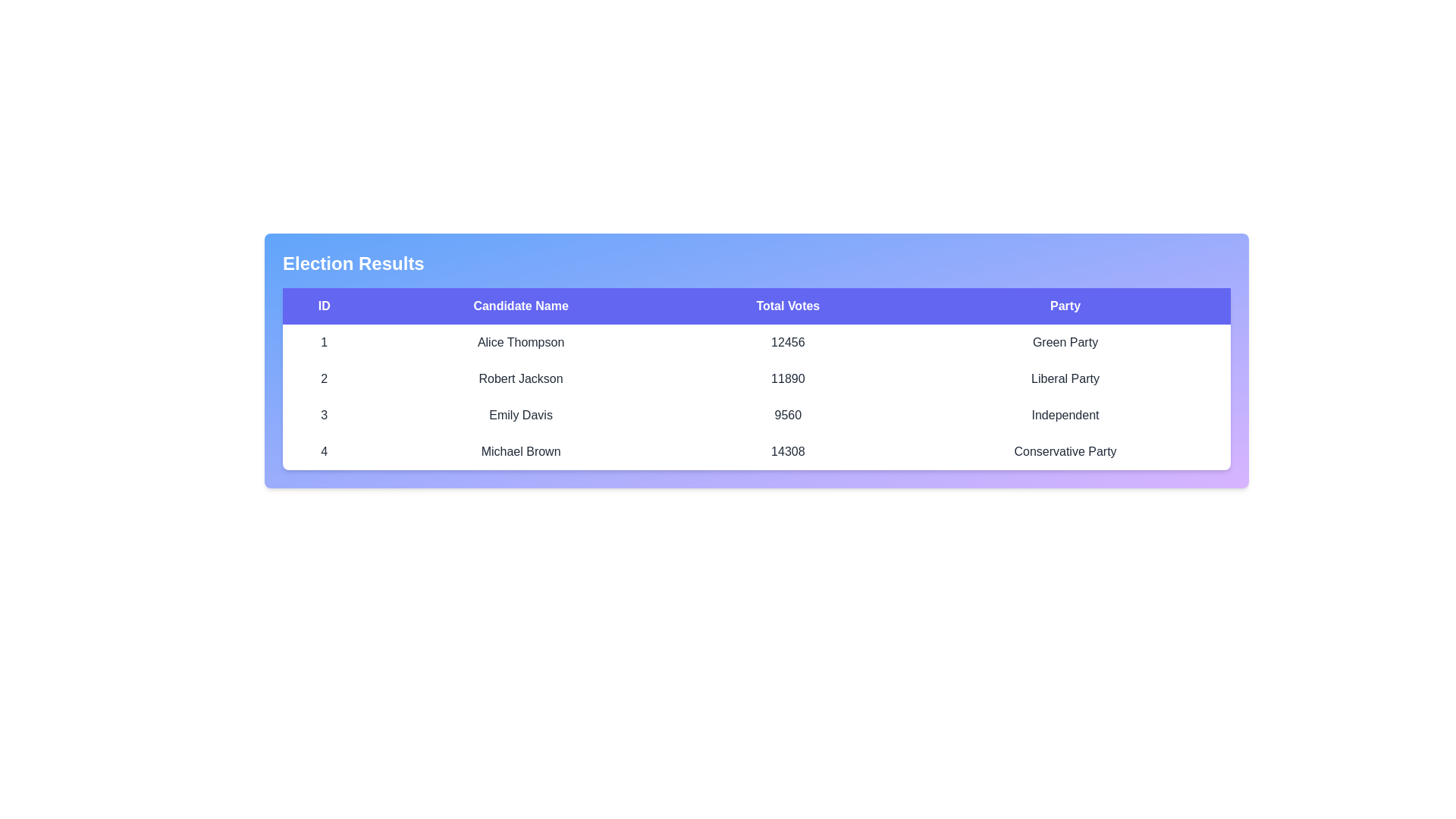 The width and height of the screenshot is (1456, 819). What do you see at coordinates (757, 415) in the screenshot?
I see `the row corresponding to the candidate with ID 3` at bounding box center [757, 415].